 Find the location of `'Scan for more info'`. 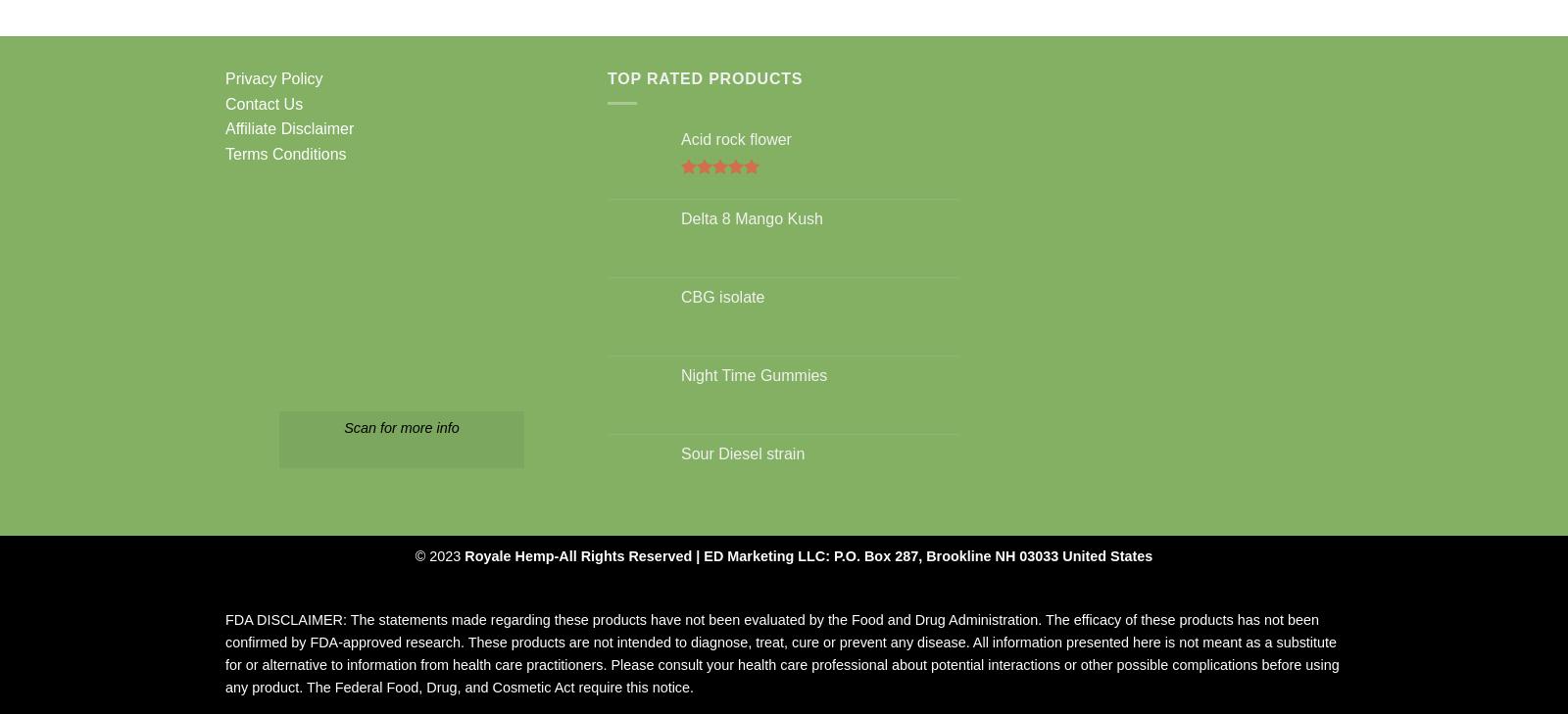

'Scan for more info' is located at coordinates (400, 428).